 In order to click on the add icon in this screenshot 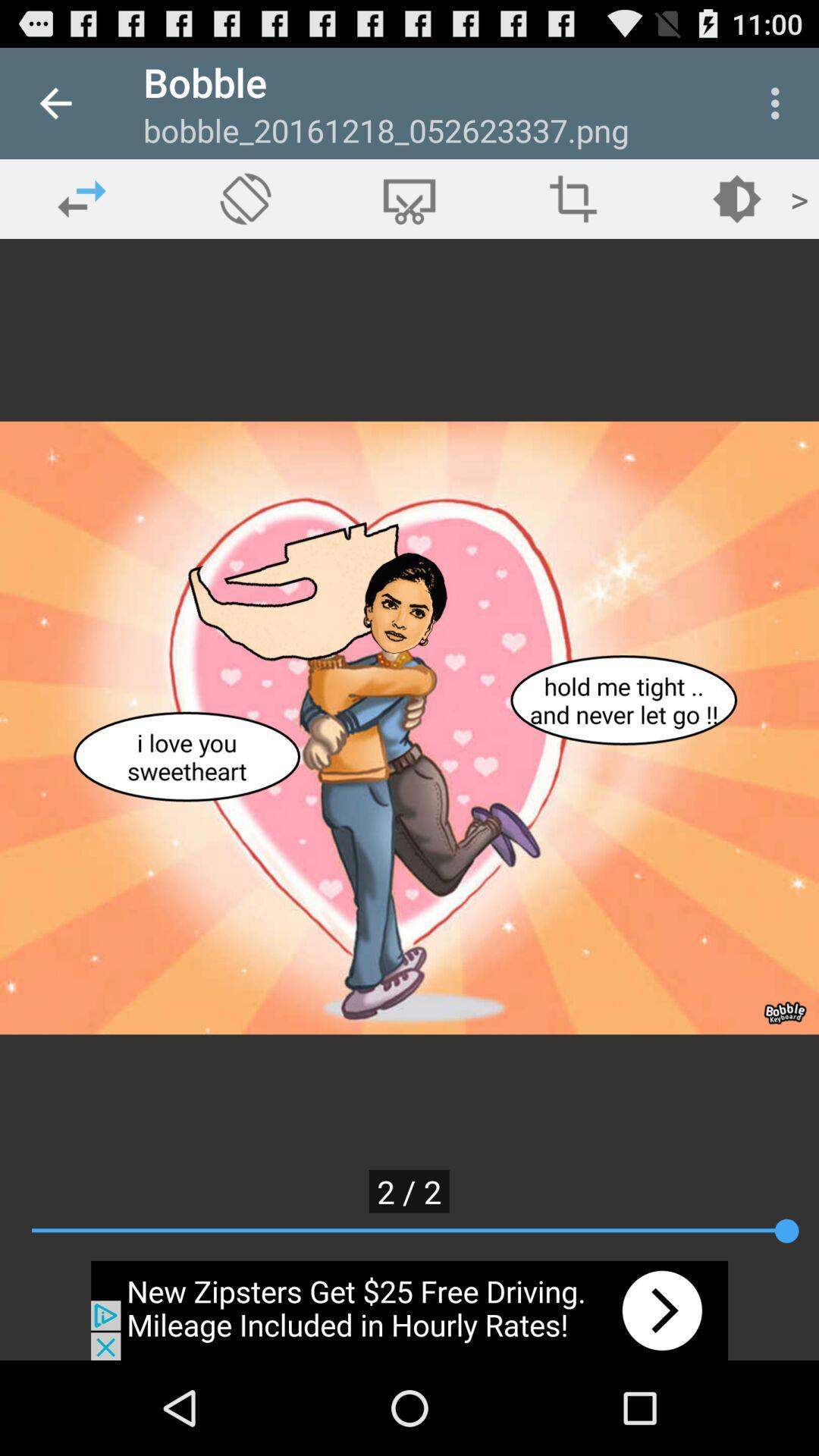, I will do `click(573, 198)`.